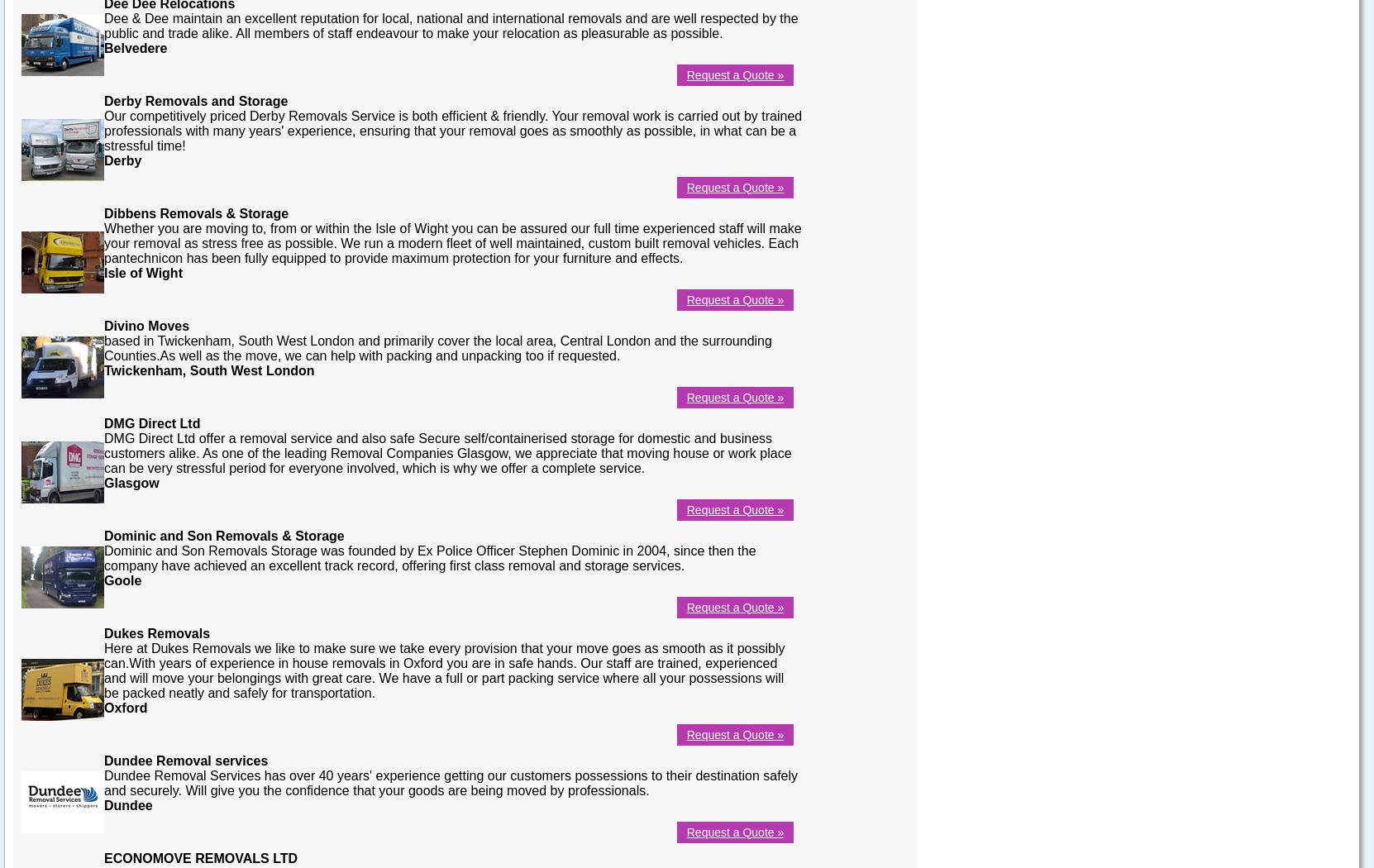 This screenshot has width=1374, height=868. I want to click on 'Dundee Removal services', so click(185, 760).